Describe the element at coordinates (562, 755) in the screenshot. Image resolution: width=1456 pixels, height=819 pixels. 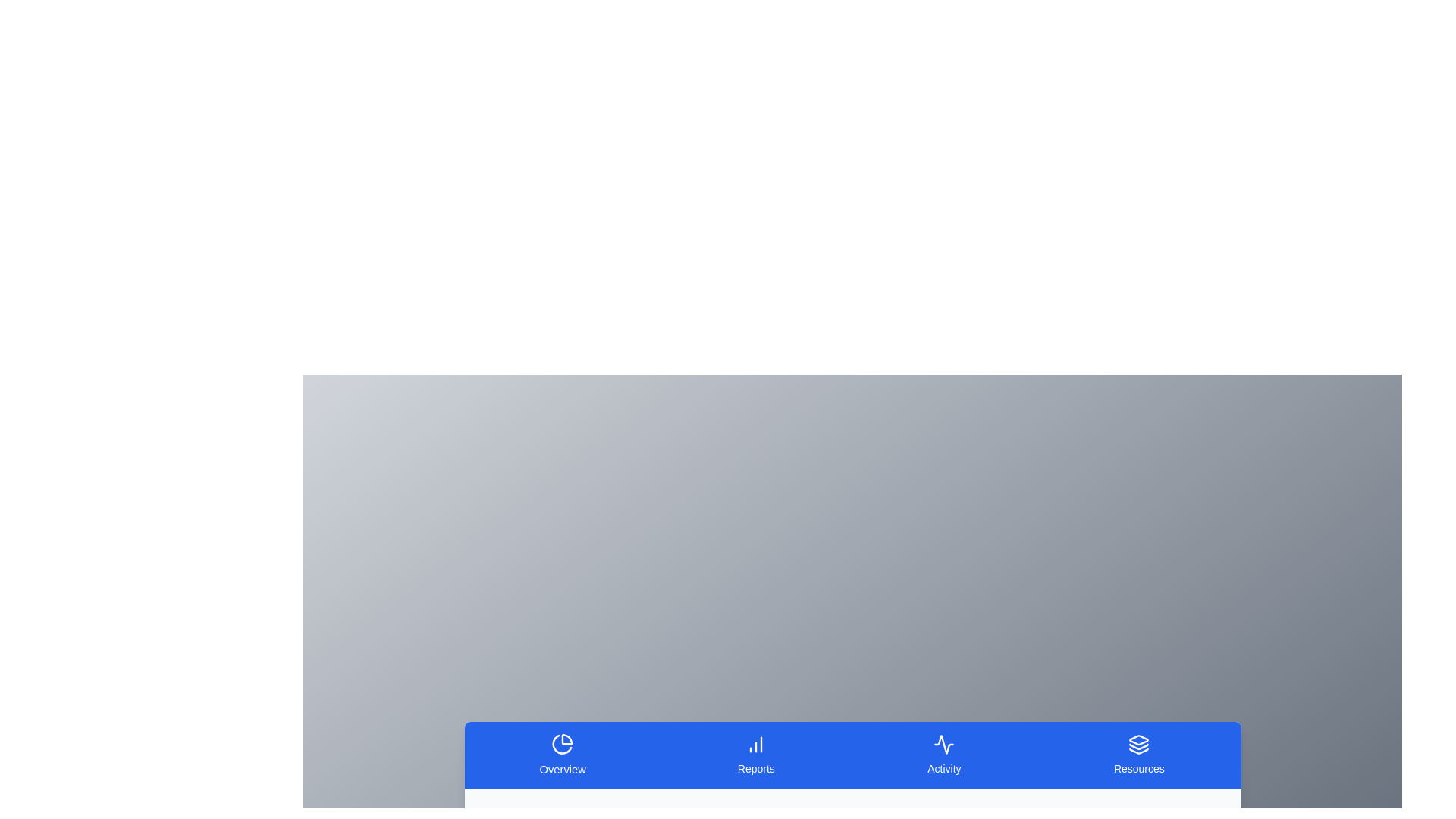
I see `the tab corresponding to Overview` at that location.